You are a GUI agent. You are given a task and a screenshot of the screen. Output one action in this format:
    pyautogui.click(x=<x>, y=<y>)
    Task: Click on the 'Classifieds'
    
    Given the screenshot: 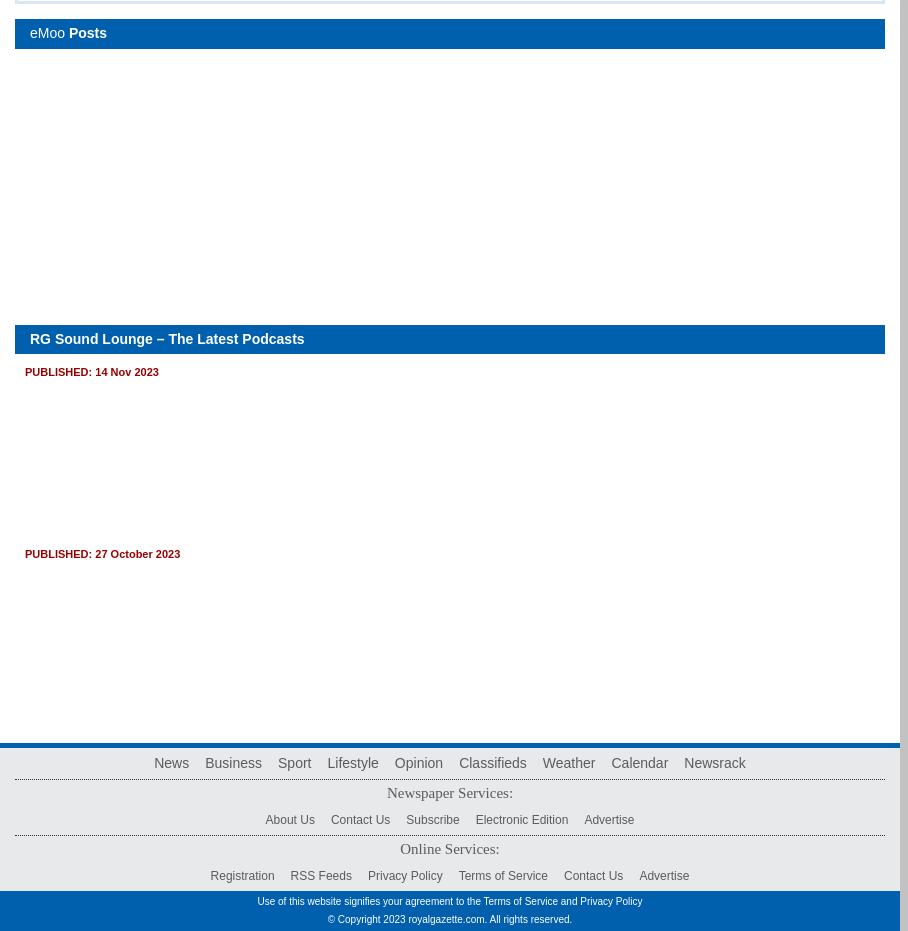 What is the action you would take?
    pyautogui.click(x=491, y=762)
    